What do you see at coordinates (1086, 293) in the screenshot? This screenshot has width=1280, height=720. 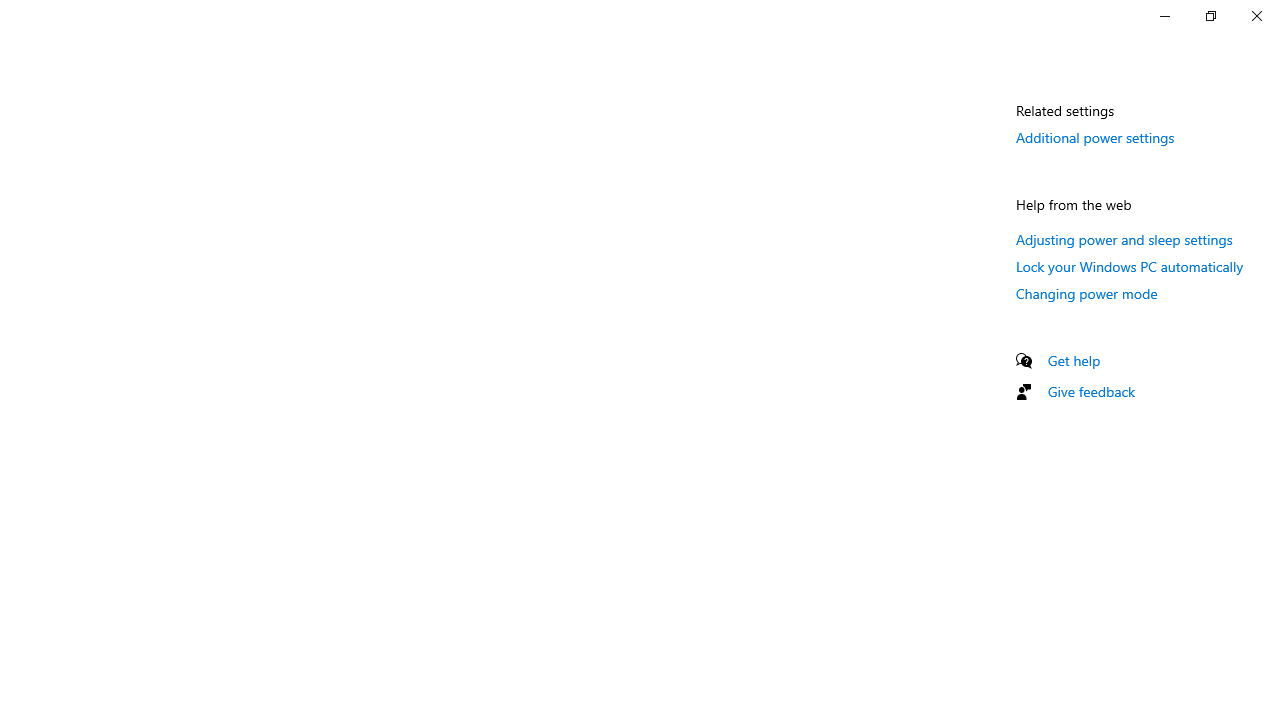 I see `'Changing power mode'` at bounding box center [1086, 293].